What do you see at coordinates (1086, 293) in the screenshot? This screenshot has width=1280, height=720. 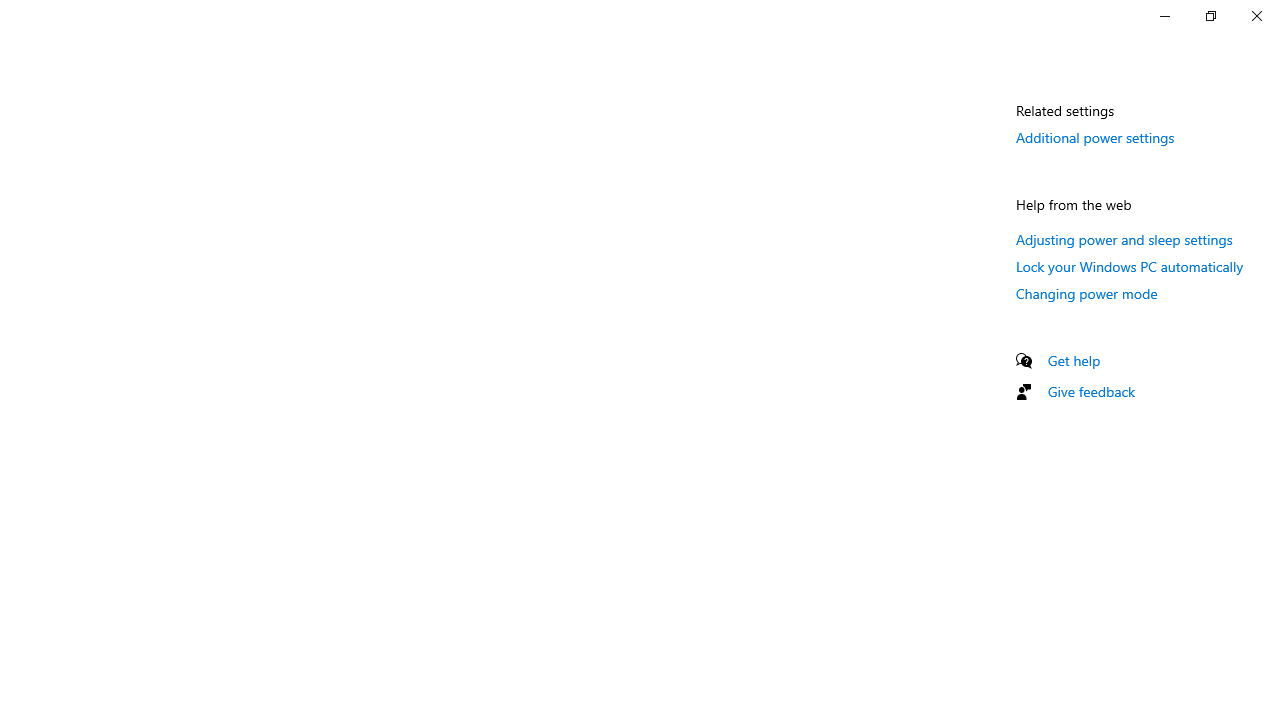 I see `'Changing power mode'` at bounding box center [1086, 293].